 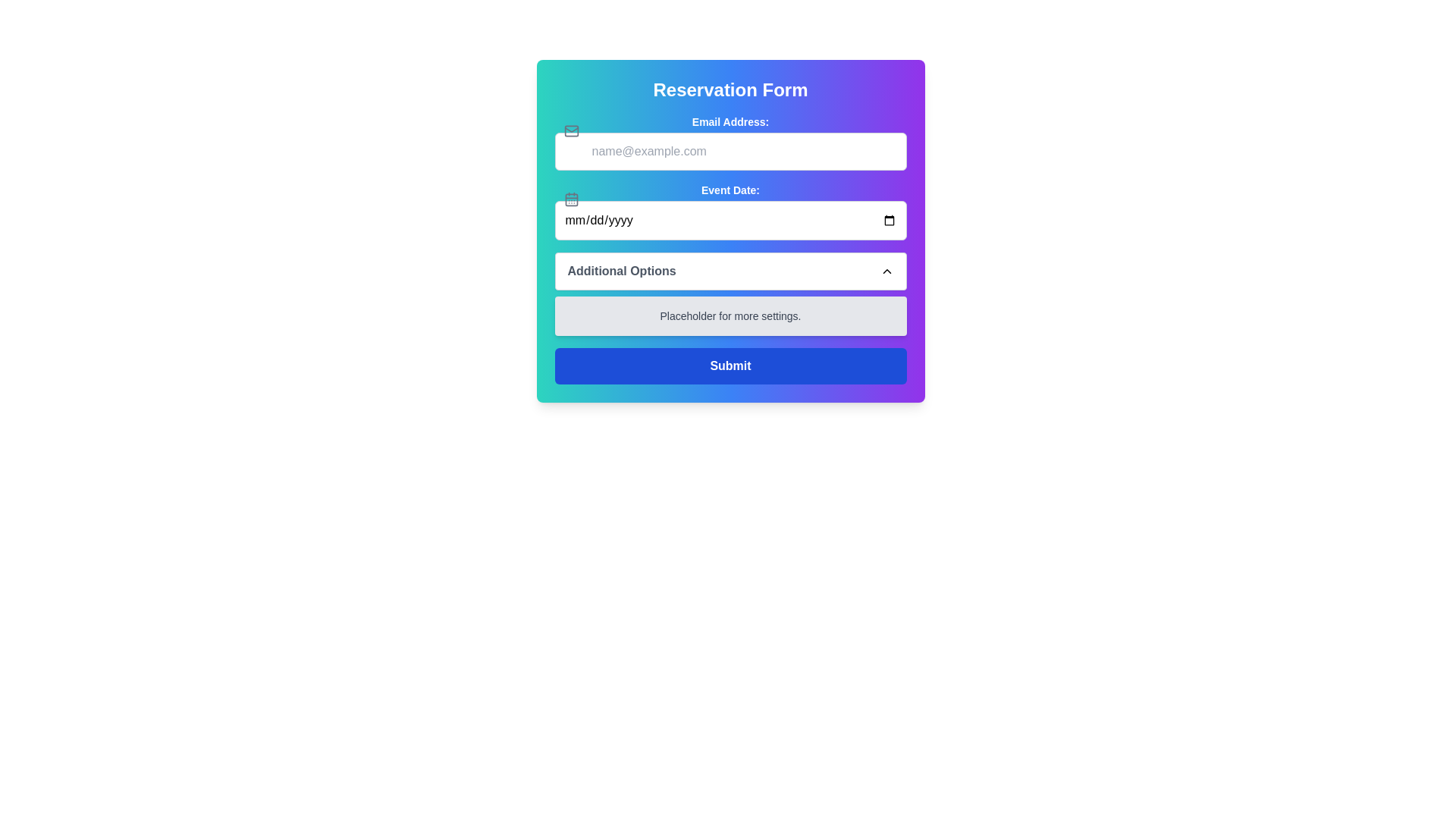 I want to click on the submit button located at the bottom of the form, so click(x=730, y=366).